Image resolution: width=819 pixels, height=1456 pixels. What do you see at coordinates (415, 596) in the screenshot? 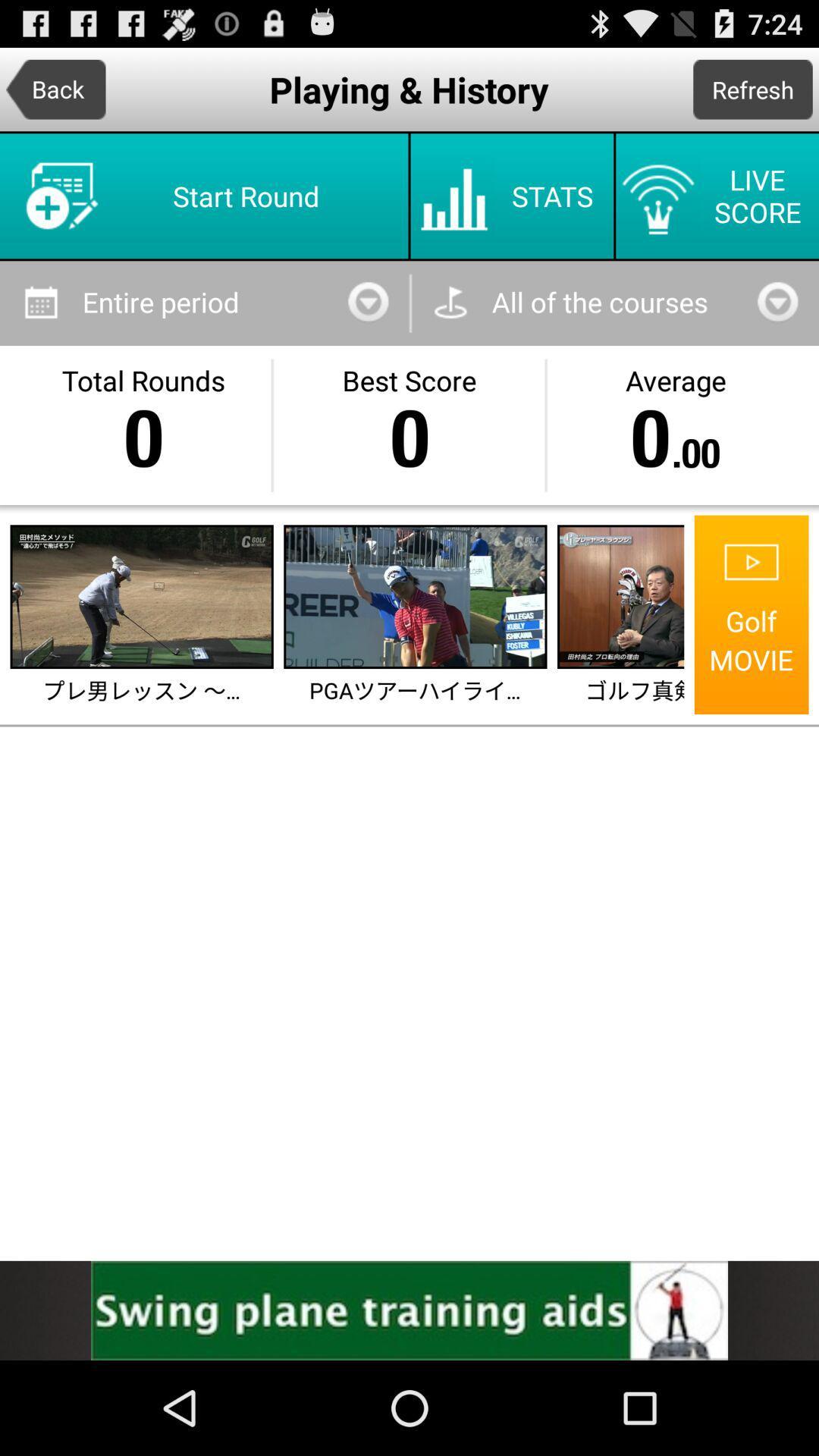
I see `open image` at bounding box center [415, 596].